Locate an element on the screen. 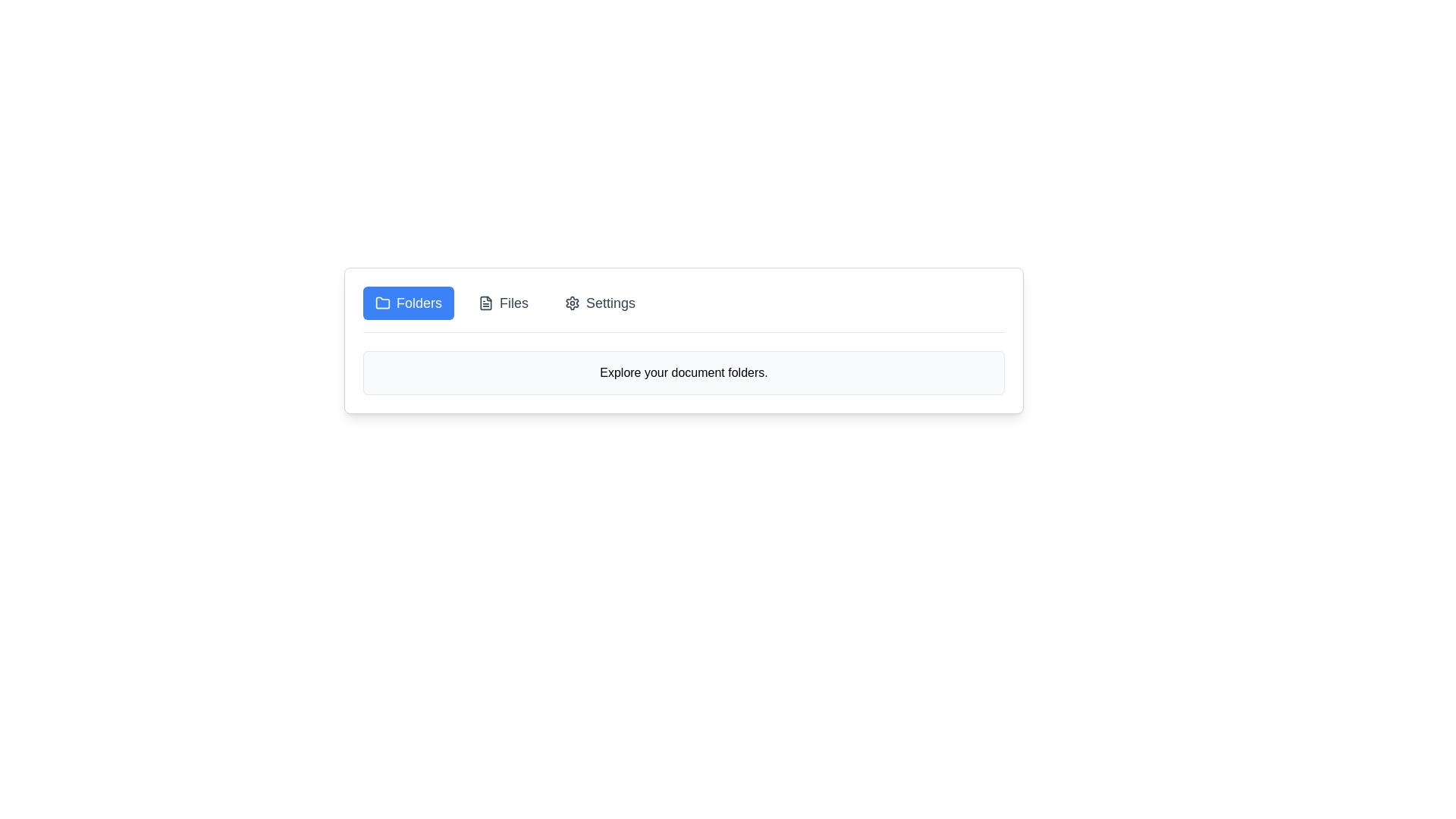  the tab labeled Folders to select it is located at coordinates (408, 303).